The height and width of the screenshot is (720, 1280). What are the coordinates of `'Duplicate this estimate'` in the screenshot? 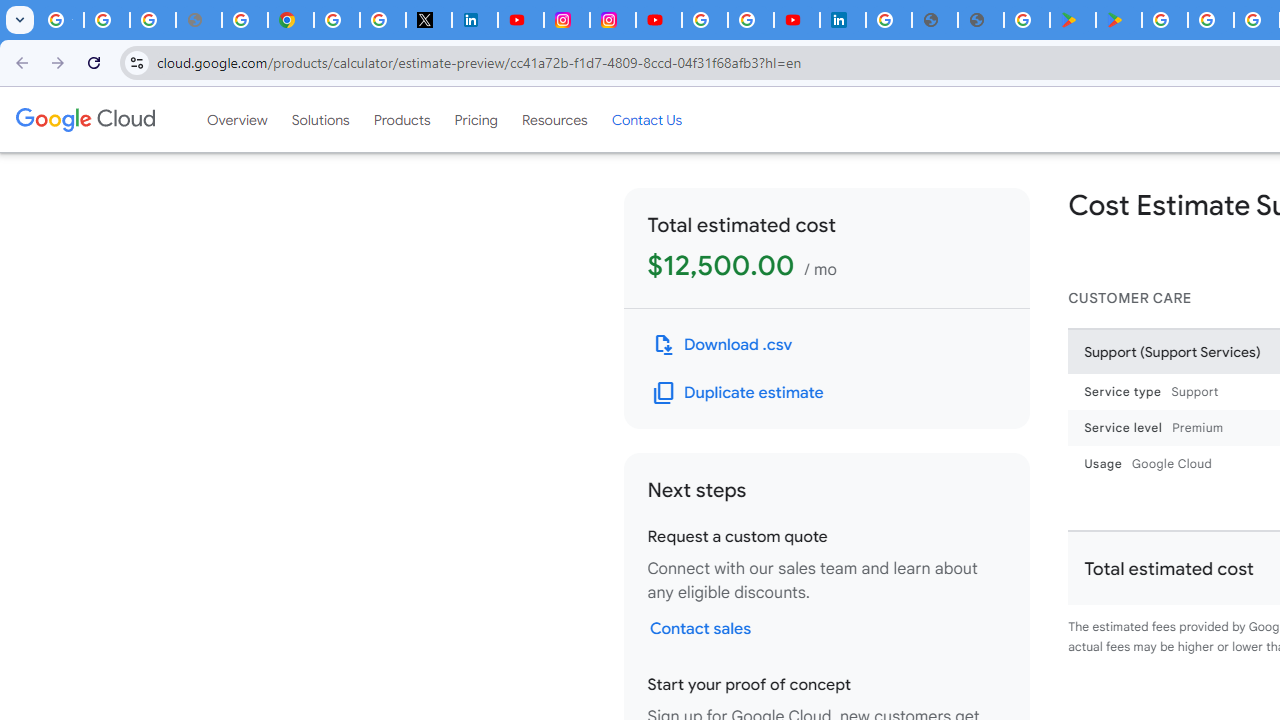 It's located at (738, 393).